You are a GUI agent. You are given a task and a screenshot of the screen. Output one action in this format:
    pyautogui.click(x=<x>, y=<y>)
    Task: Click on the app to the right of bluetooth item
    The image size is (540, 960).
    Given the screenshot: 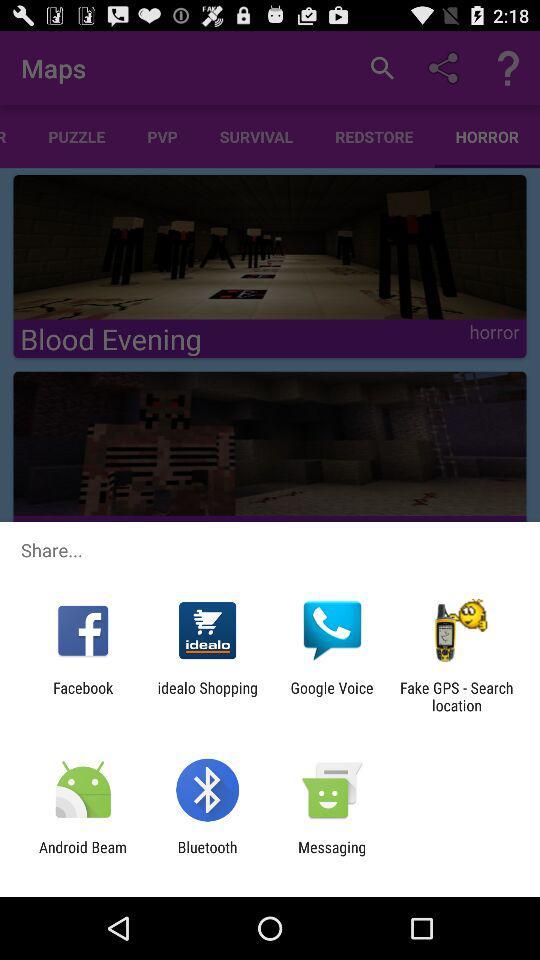 What is the action you would take?
    pyautogui.click(x=332, y=855)
    